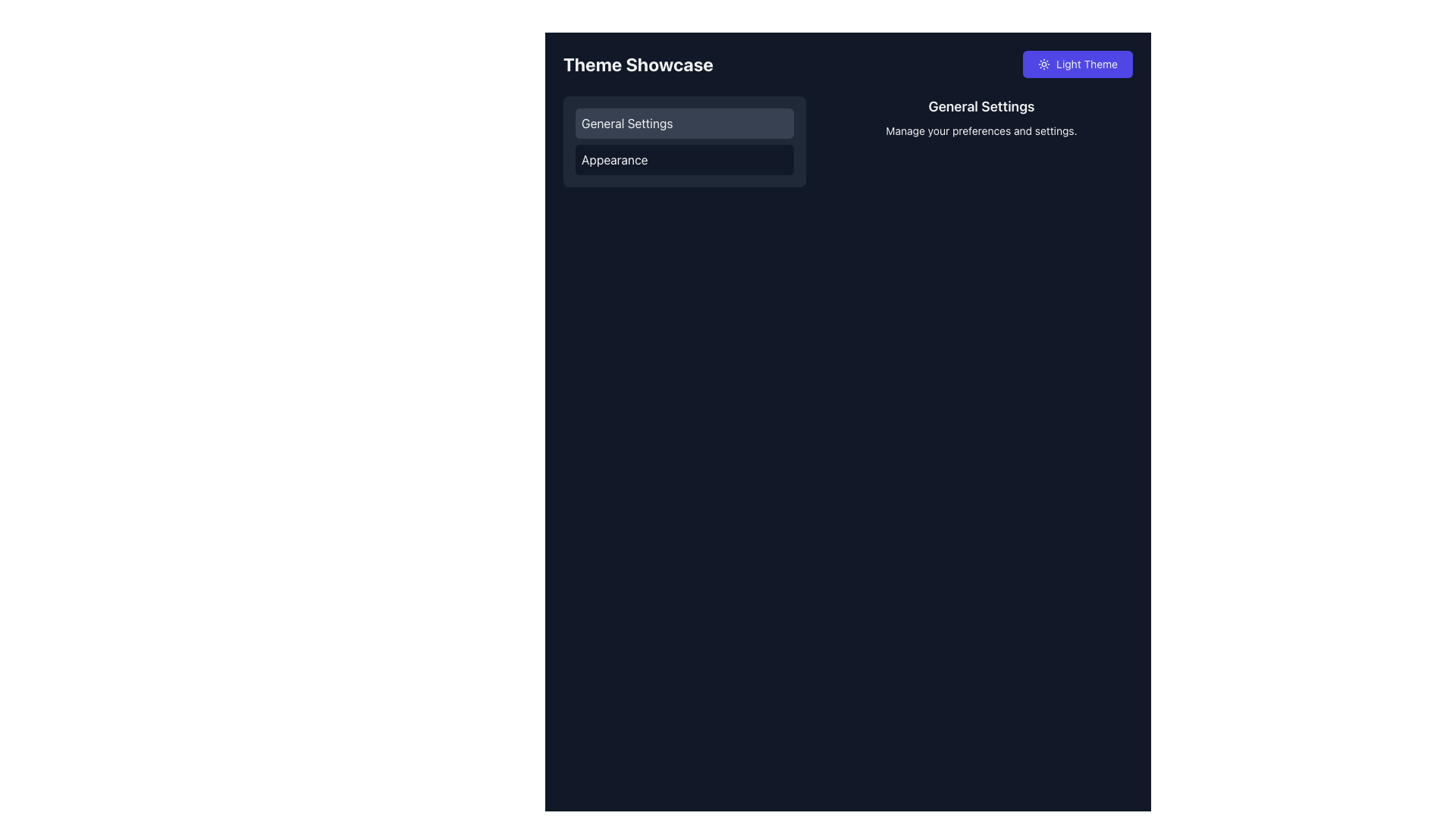 This screenshot has height=819, width=1456. What do you see at coordinates (981, 106) in the screenshot?
I see `the text element displaying the title 'General Settings', which is prominently styled in a larger, bold font and located centrally above the subtitle 'Manage your preferences and settings'` at bounding box center [981, 106].